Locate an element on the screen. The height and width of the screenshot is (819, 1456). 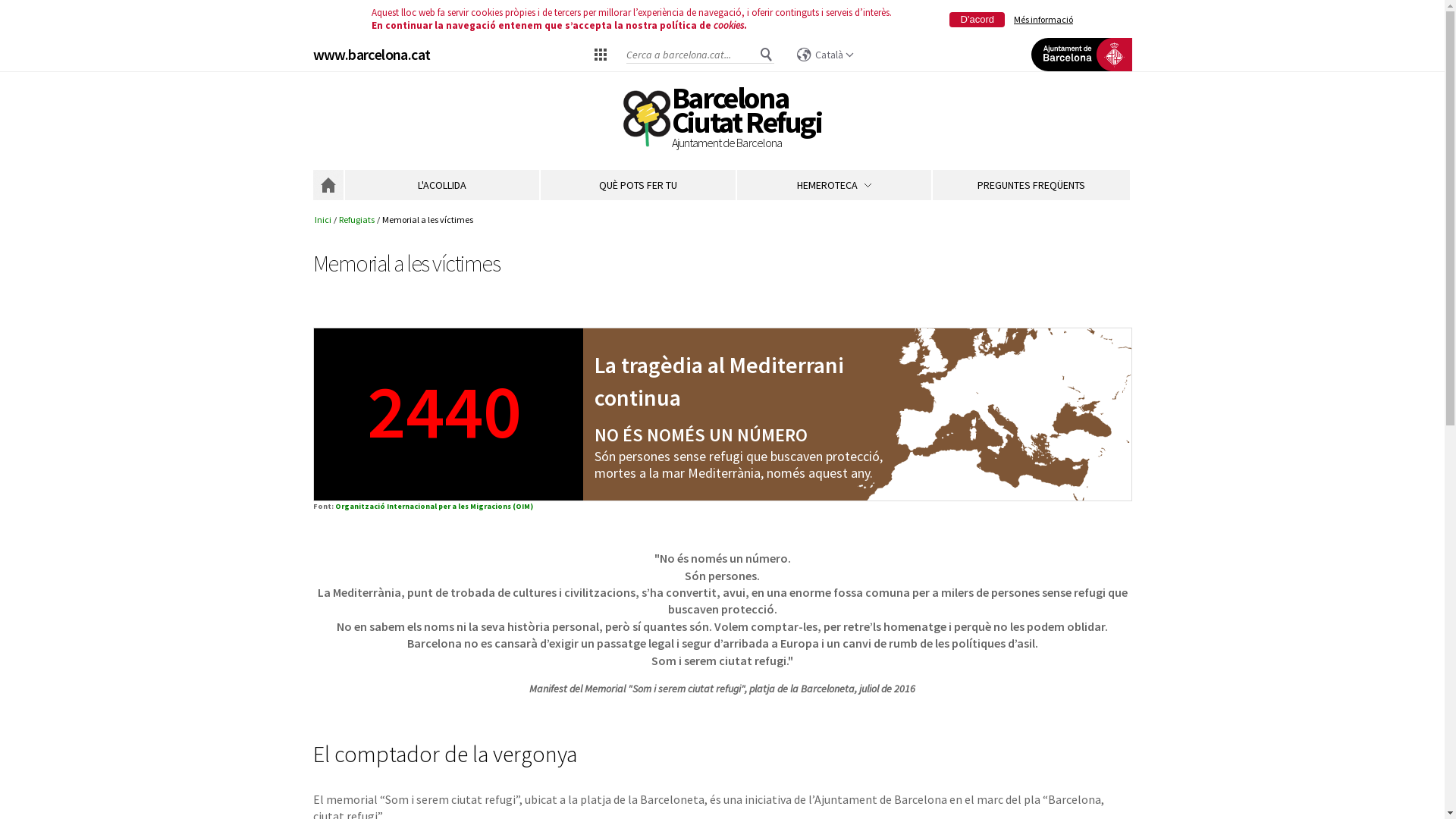
'Barcelona is located at coordinates (746, 119).